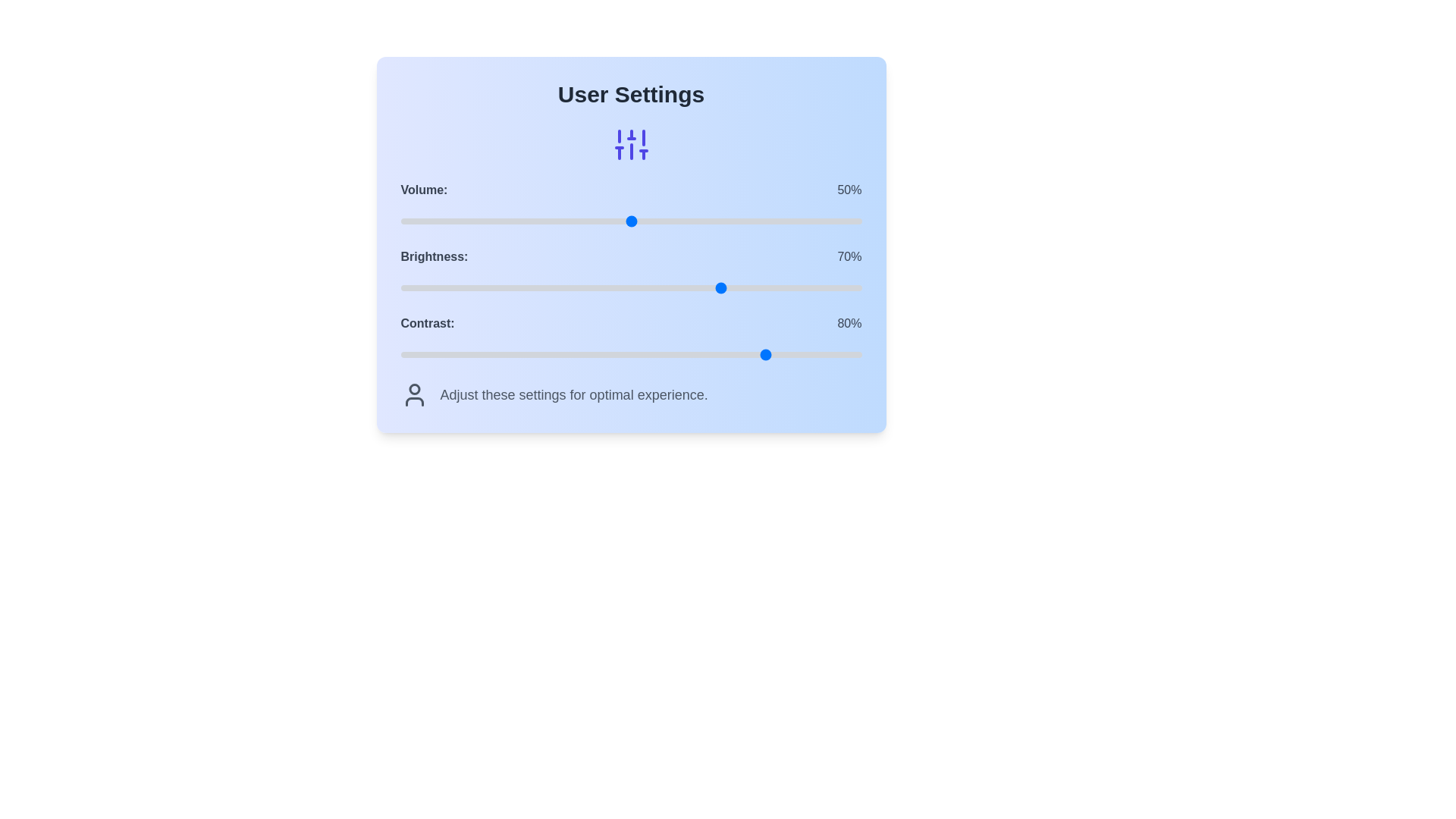 The width and height of the screenshot is (1456, 819). I want to click on the brightness level, so click(640, 288).